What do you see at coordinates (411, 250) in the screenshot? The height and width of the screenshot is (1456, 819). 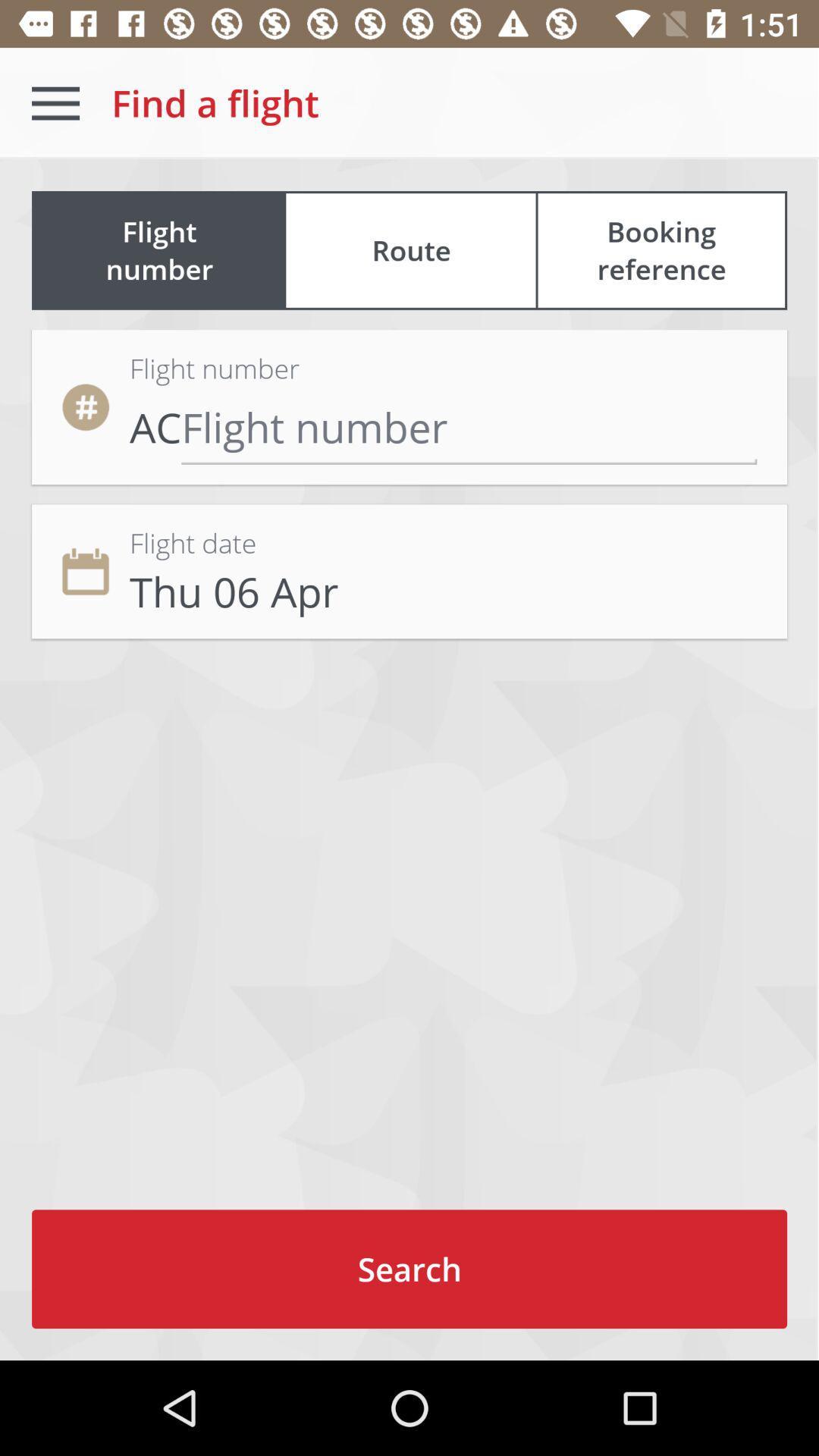 I see `route` at bounding box center [411, 250].